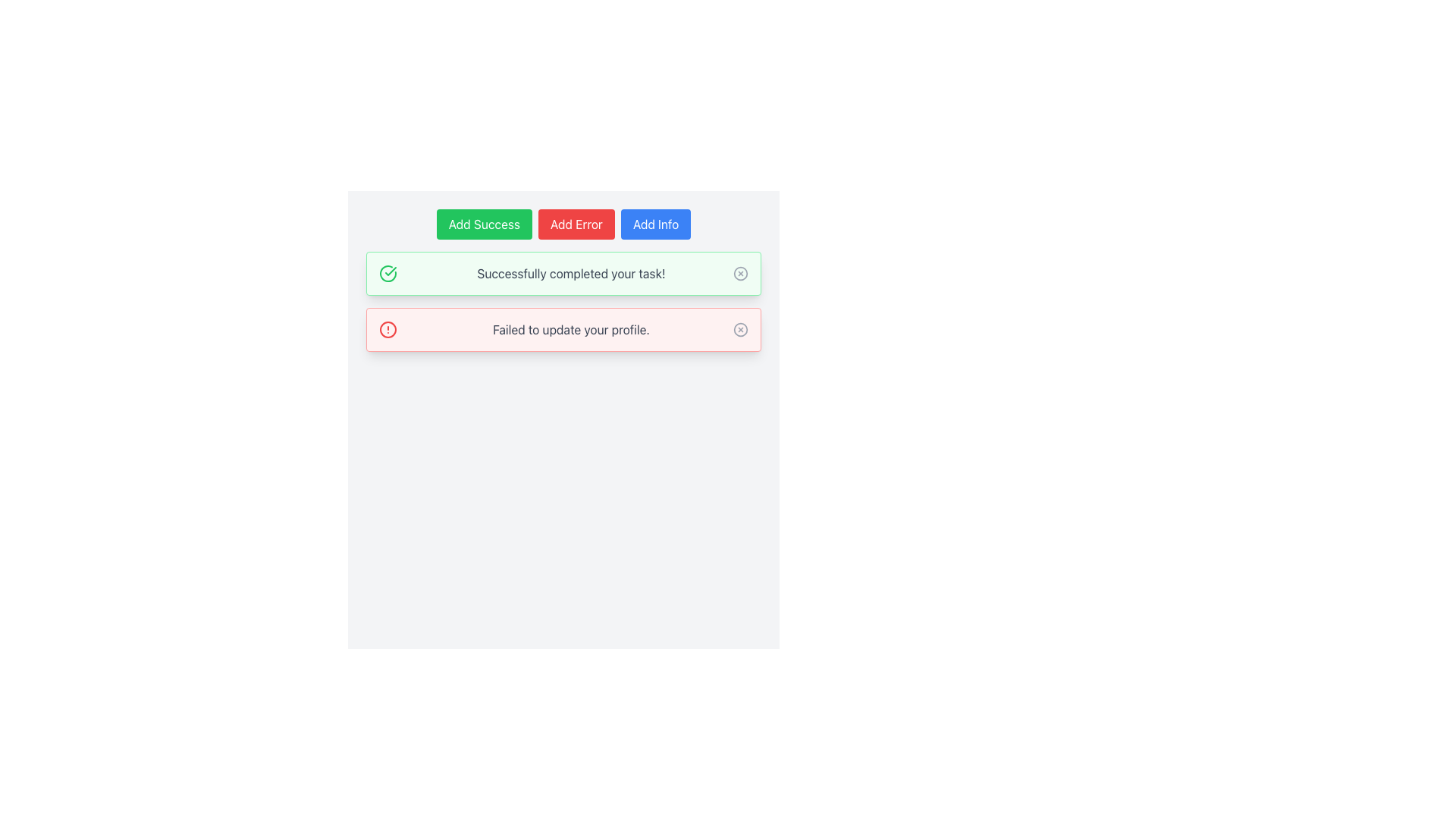  Describe the element at coordinates (741, 329) in the screenshot. I see `the Dismiss Button (Icon) featuring a circular design with a gray 'X' mark, located at the far right of the notification panel for the message 'Failed to update your profile.'` at that location.